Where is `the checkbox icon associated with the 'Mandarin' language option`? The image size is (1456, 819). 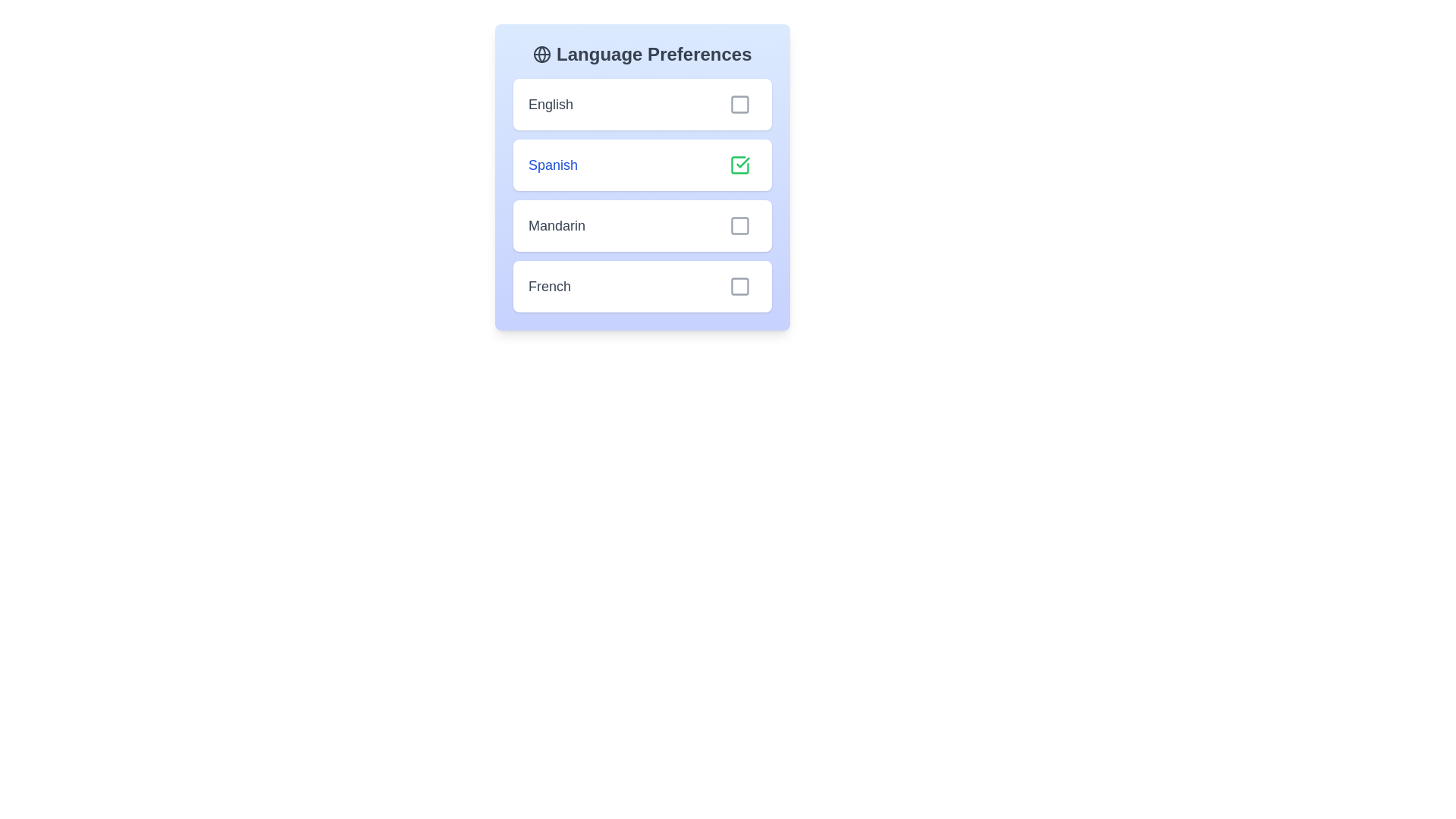 the checkbox icon associated with the 'Mandarin' language option is located at coordinates (739, 225).